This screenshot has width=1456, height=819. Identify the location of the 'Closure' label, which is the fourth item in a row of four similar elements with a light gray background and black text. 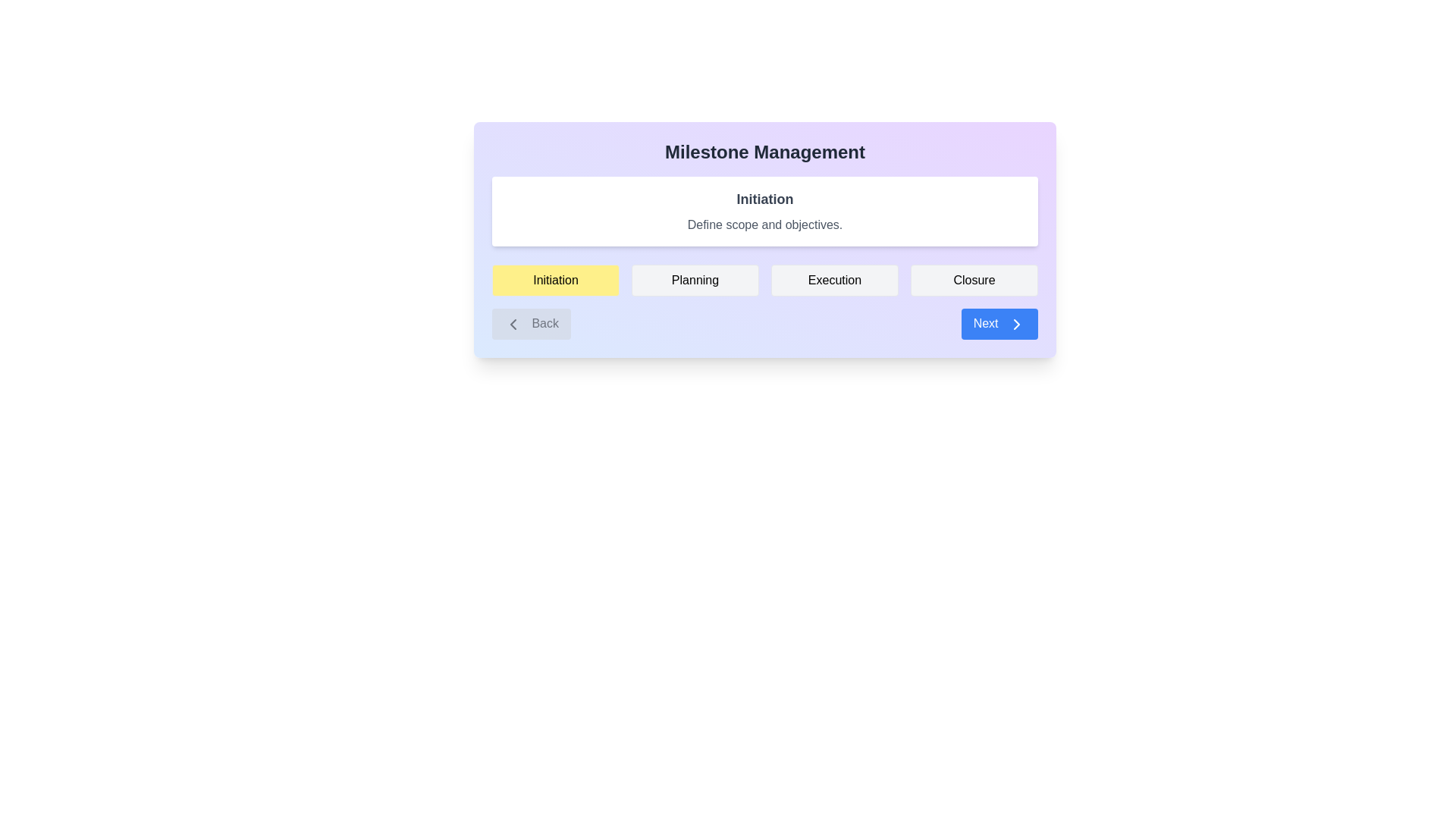
(974, 281).